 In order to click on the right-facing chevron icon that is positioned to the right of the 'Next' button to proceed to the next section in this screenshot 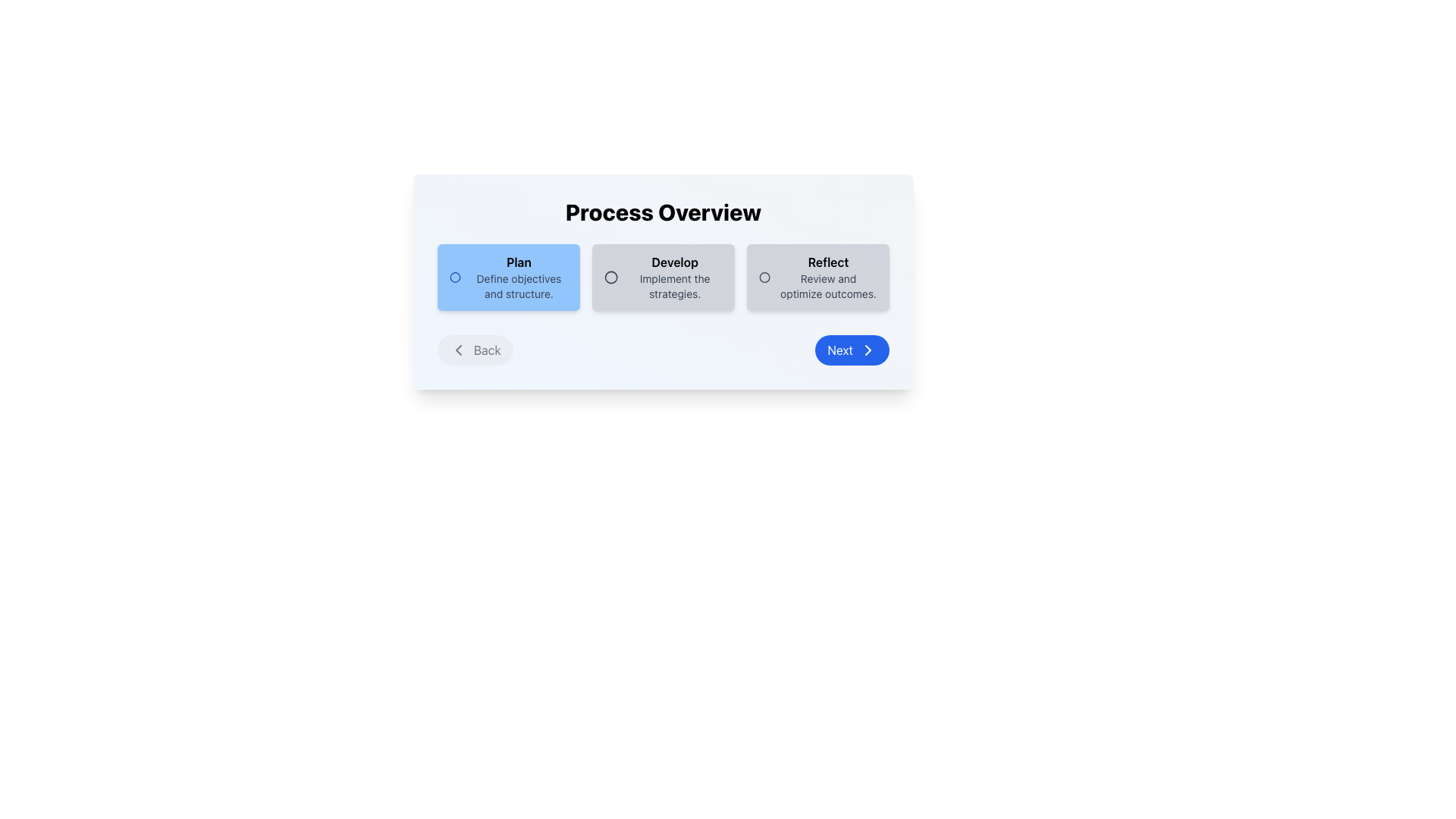, I will do `click(868, 350)`.